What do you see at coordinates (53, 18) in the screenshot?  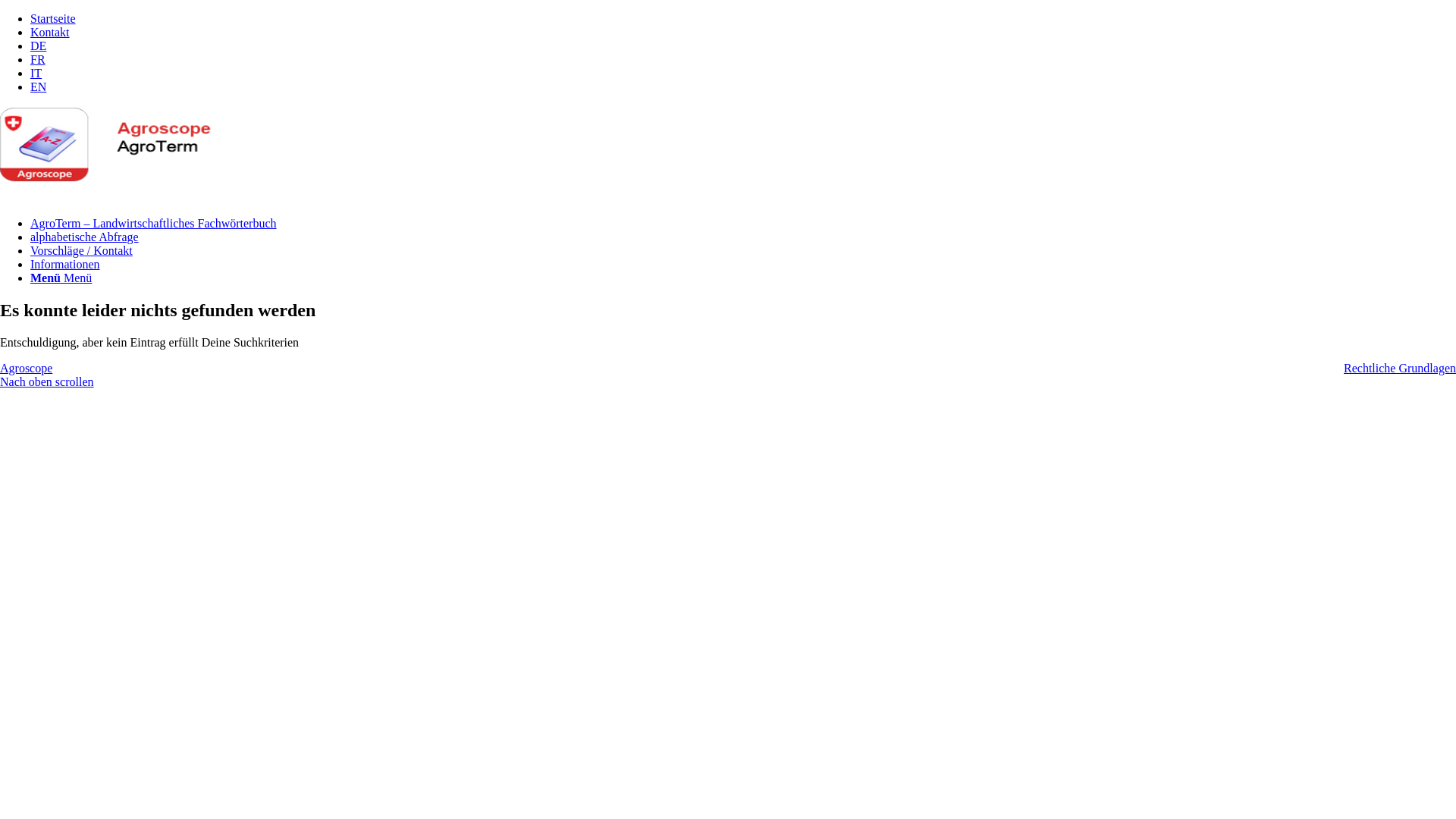 I see `'Startseite'` at bounding box center [53, 18].